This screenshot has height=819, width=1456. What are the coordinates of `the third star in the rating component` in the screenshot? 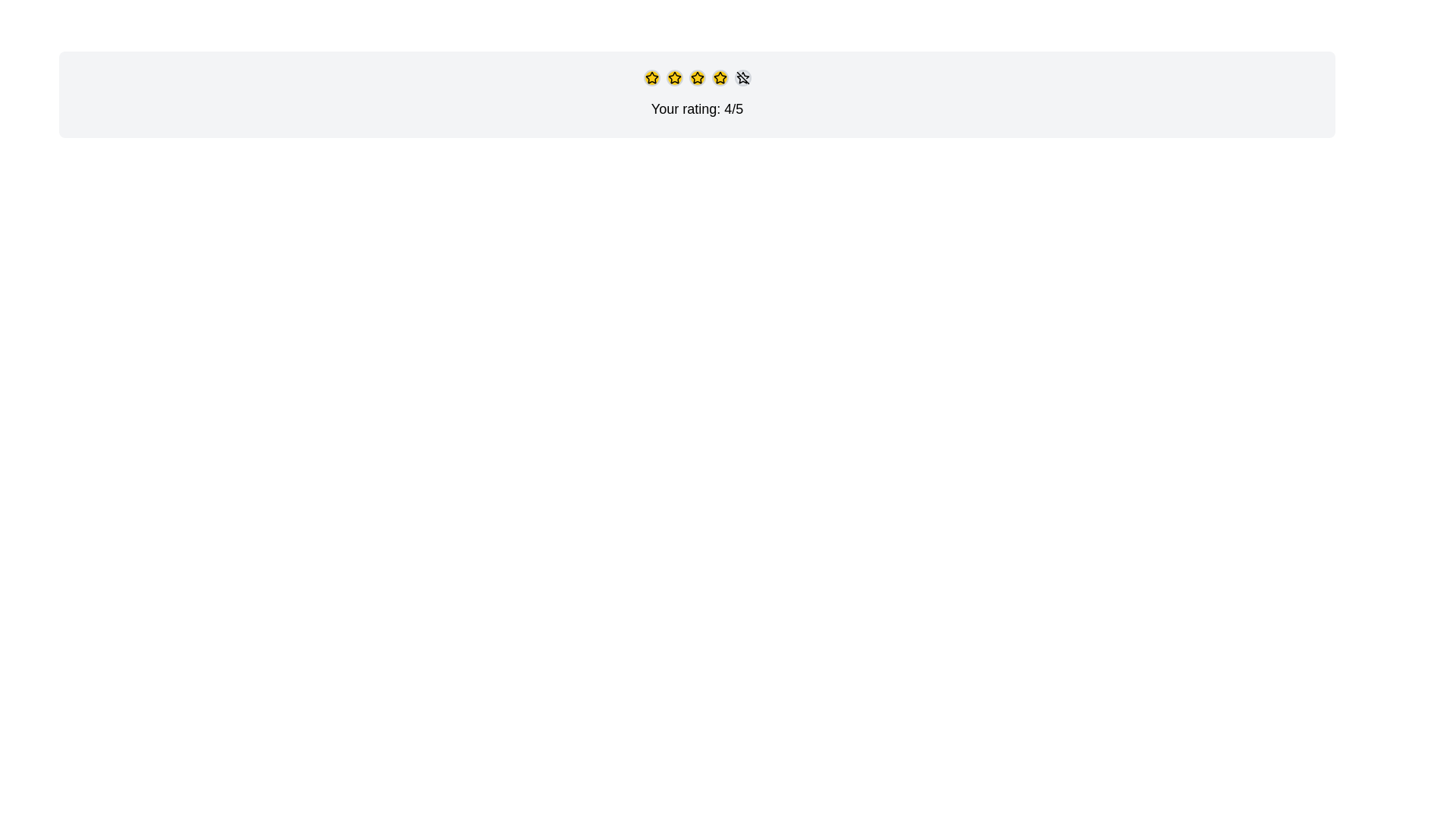 It's located at (719, 77).